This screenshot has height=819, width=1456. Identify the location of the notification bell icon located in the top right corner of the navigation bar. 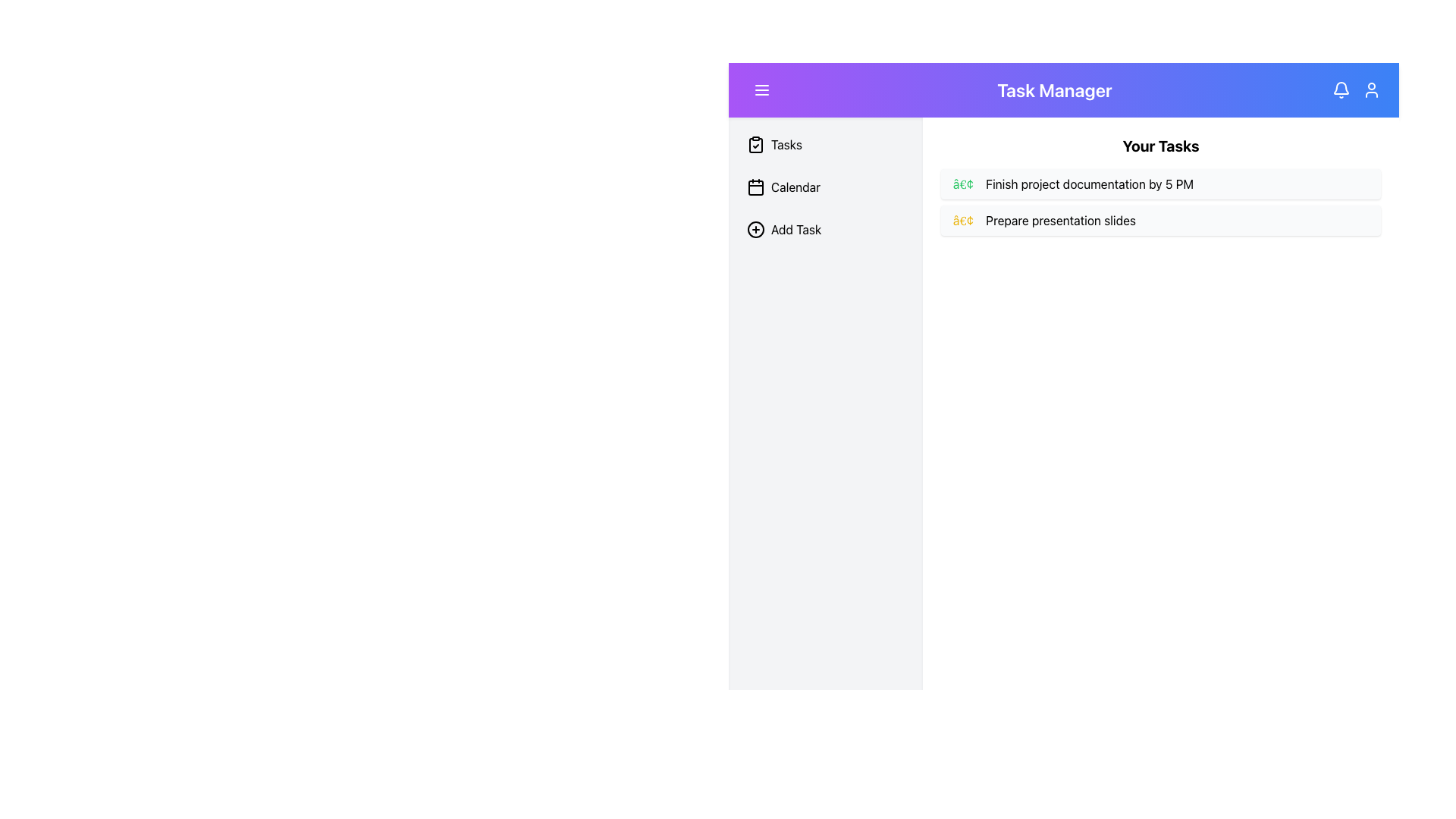
(1341, 90).